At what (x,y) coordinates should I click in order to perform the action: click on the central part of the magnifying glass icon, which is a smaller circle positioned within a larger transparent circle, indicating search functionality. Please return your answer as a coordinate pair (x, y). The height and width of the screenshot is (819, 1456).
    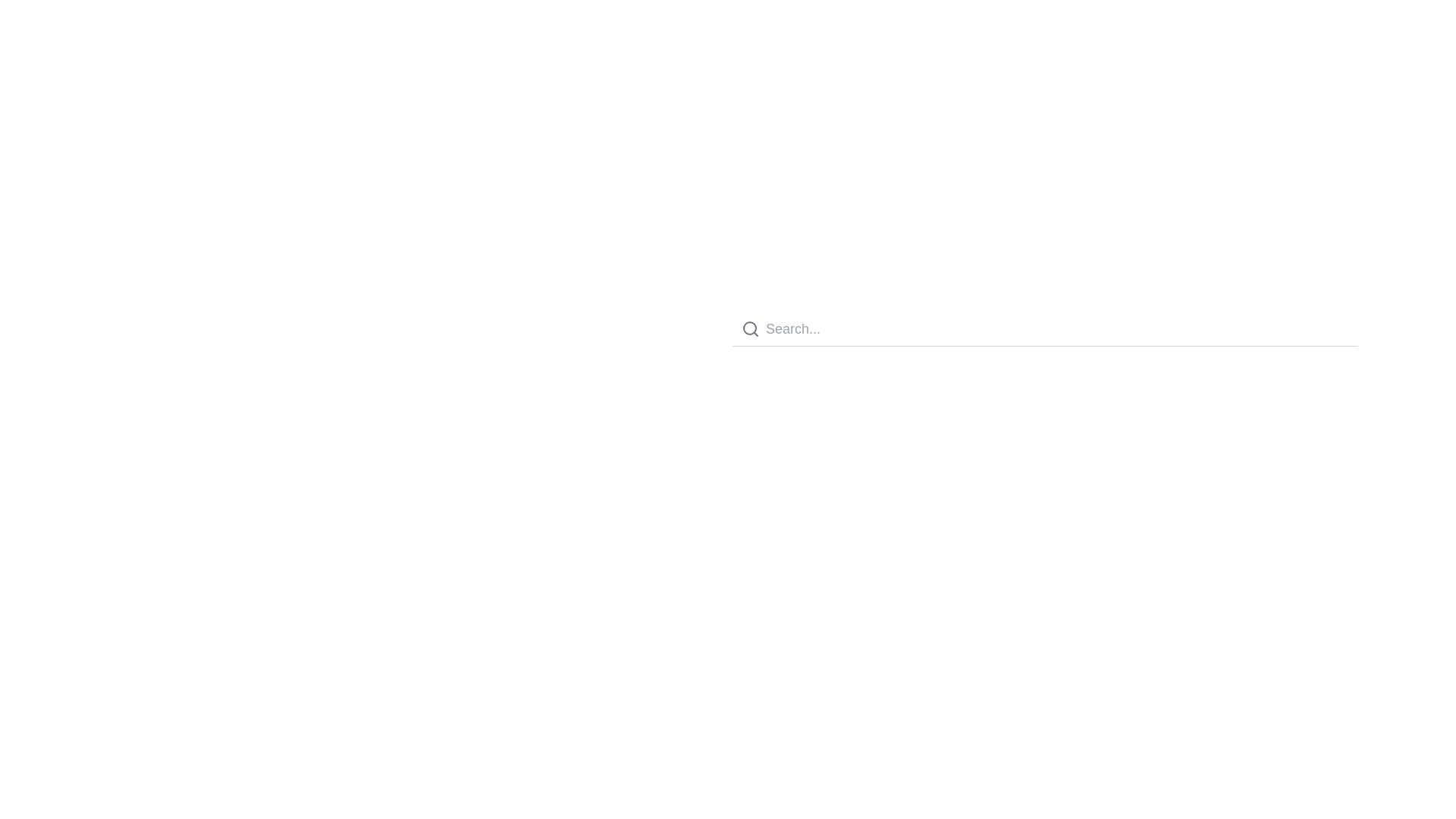
    Looking at the image, I should click on (749, 327).